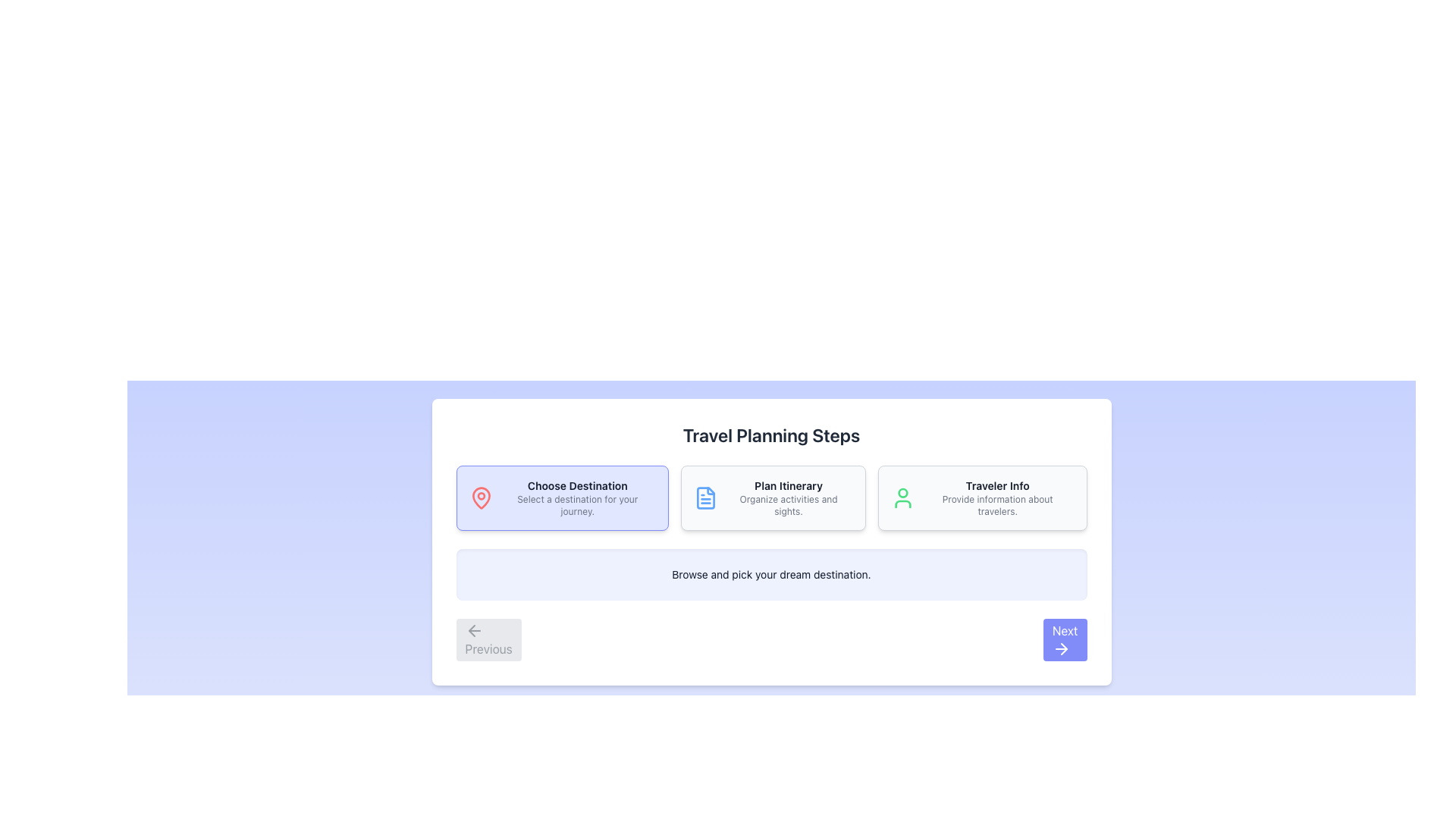 The image size is (1456, 819). I want to click on header text label located on the top-left quadrant of the first card in the 'Travel Planning Steps' section, which summarizes the card's content and purpose, so click(576, 485).